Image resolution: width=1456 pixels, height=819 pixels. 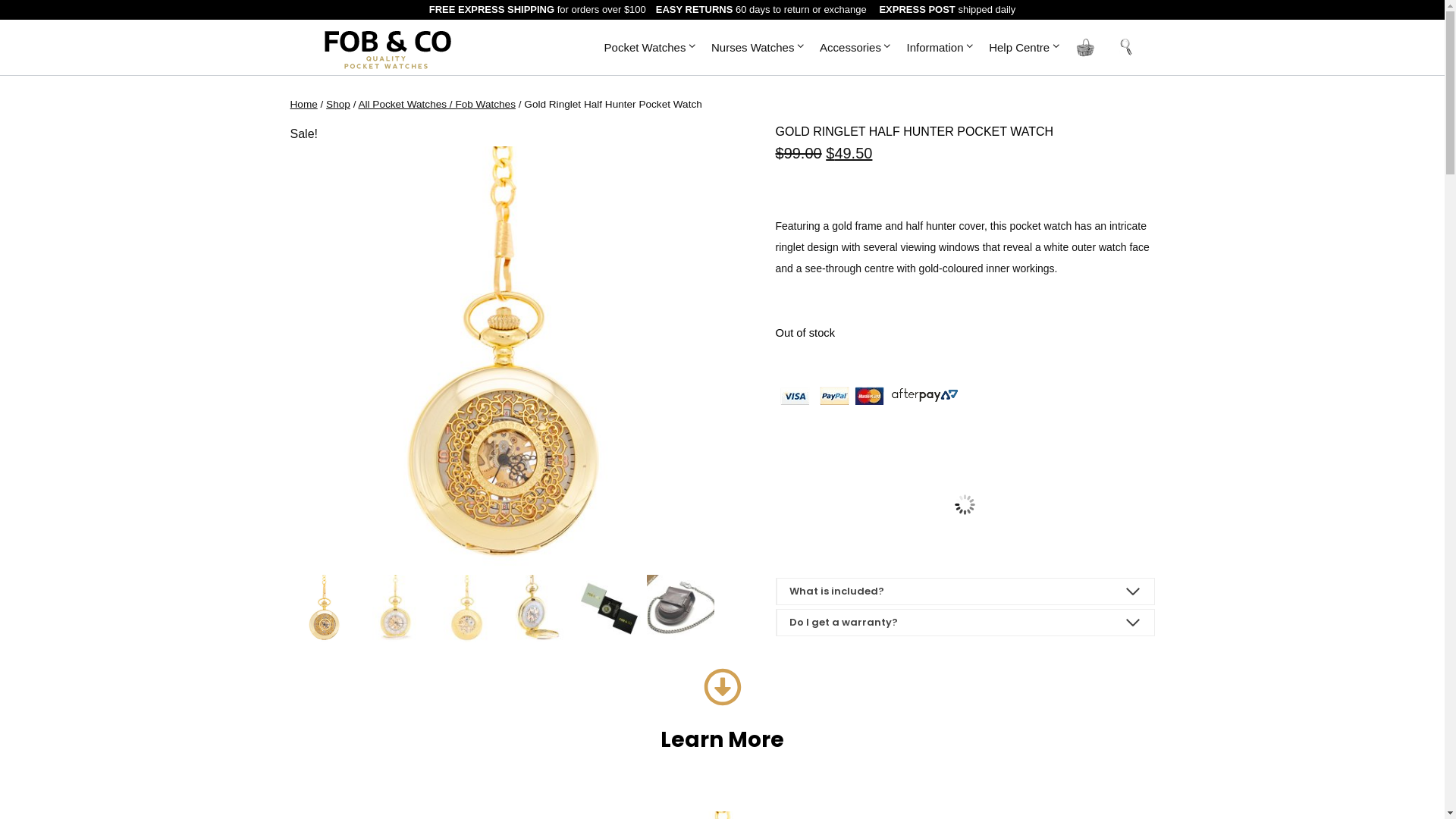 I want to click on 'Information', so click(x=899, y=45).